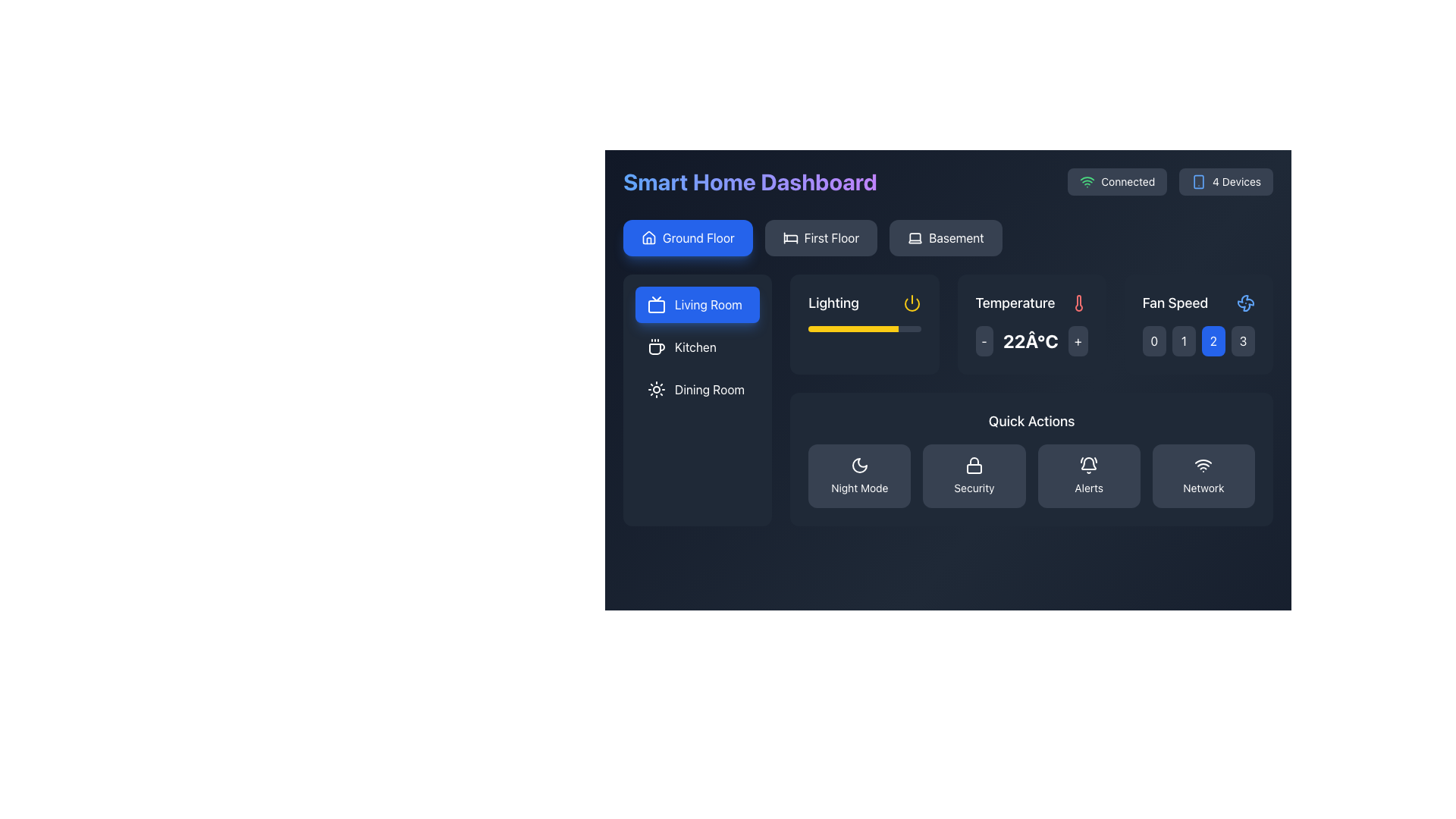 The height and width of the screenshot is (819, 1456). What do you see at coordinates (974, 464) in the screenshot?
I see `the lock icon located in the 'Quick Actions' section of the dashboard, which is visually represented as a minimalistic lock with a rectangular base and rounded shackle, positioned directly above the 'Security' label and is the second icon from the left` at bounding box center [974, 464].